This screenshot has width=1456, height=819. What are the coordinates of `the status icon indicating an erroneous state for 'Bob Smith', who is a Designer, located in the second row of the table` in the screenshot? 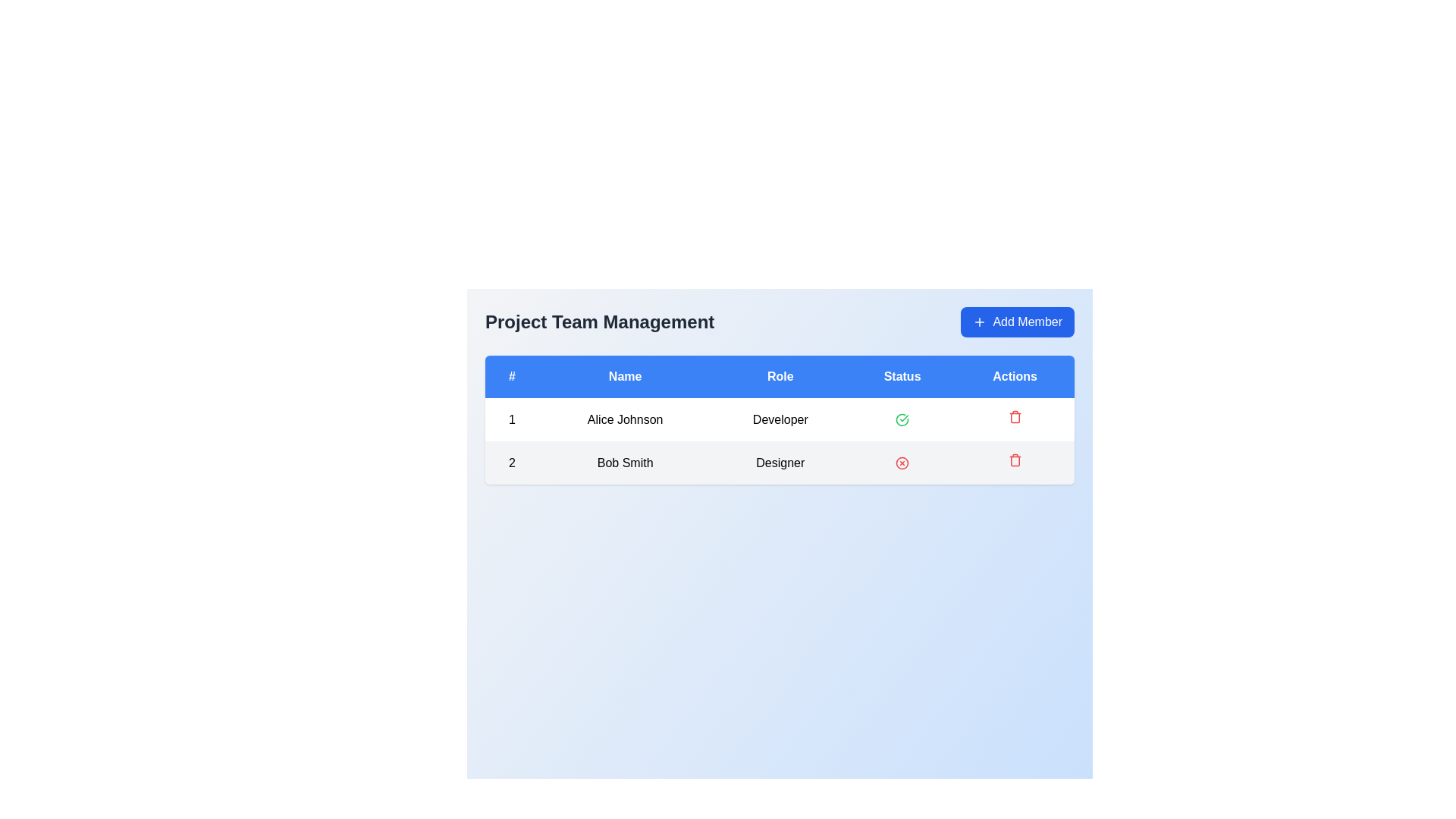 It's located at (902, 462).